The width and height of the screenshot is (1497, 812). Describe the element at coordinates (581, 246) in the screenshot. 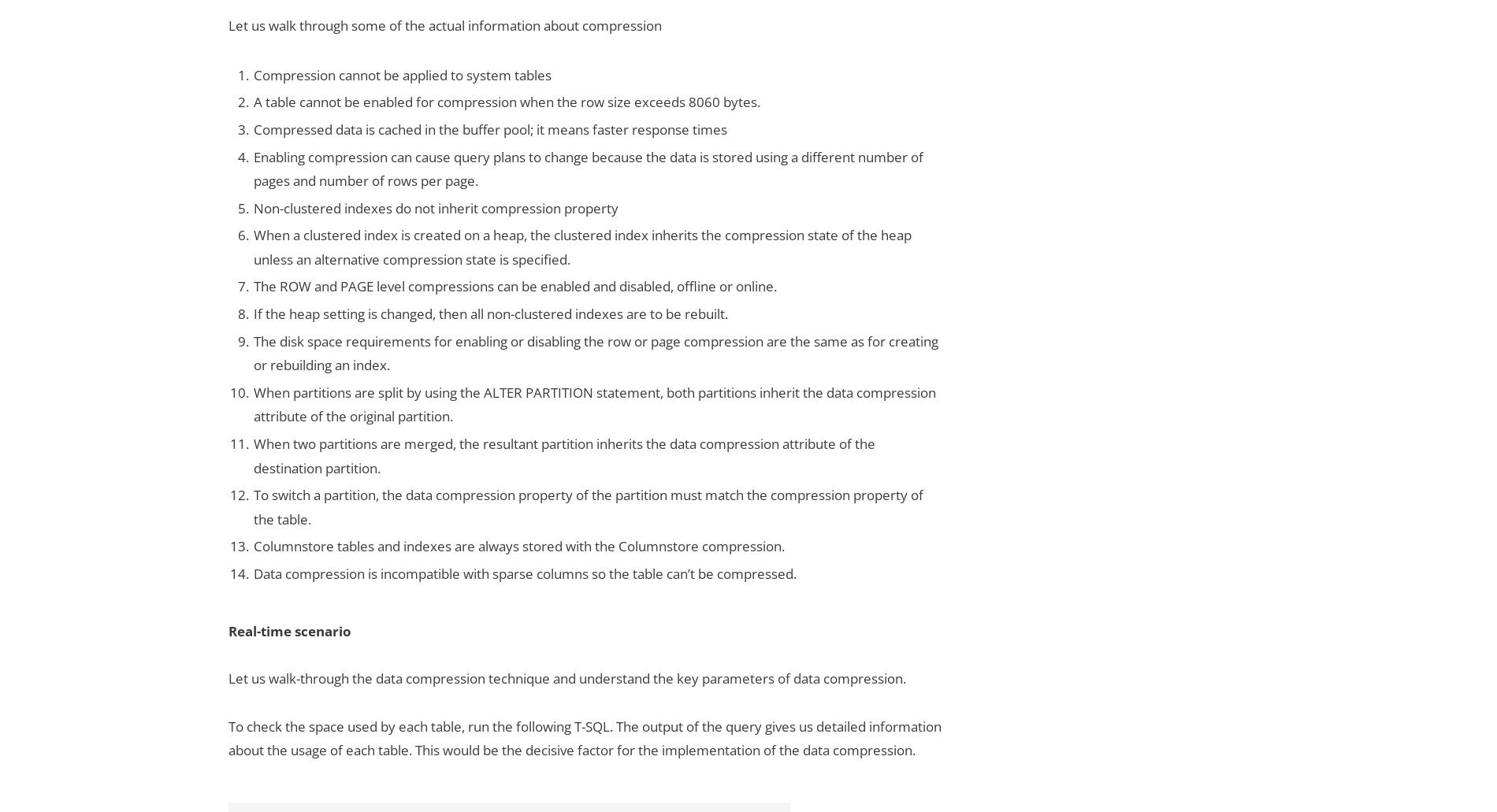

I see `'When a clustered index is created on a heap, the clustered index inherits the compression state of the heap unless an alternative compression state is specified.'` at that location.